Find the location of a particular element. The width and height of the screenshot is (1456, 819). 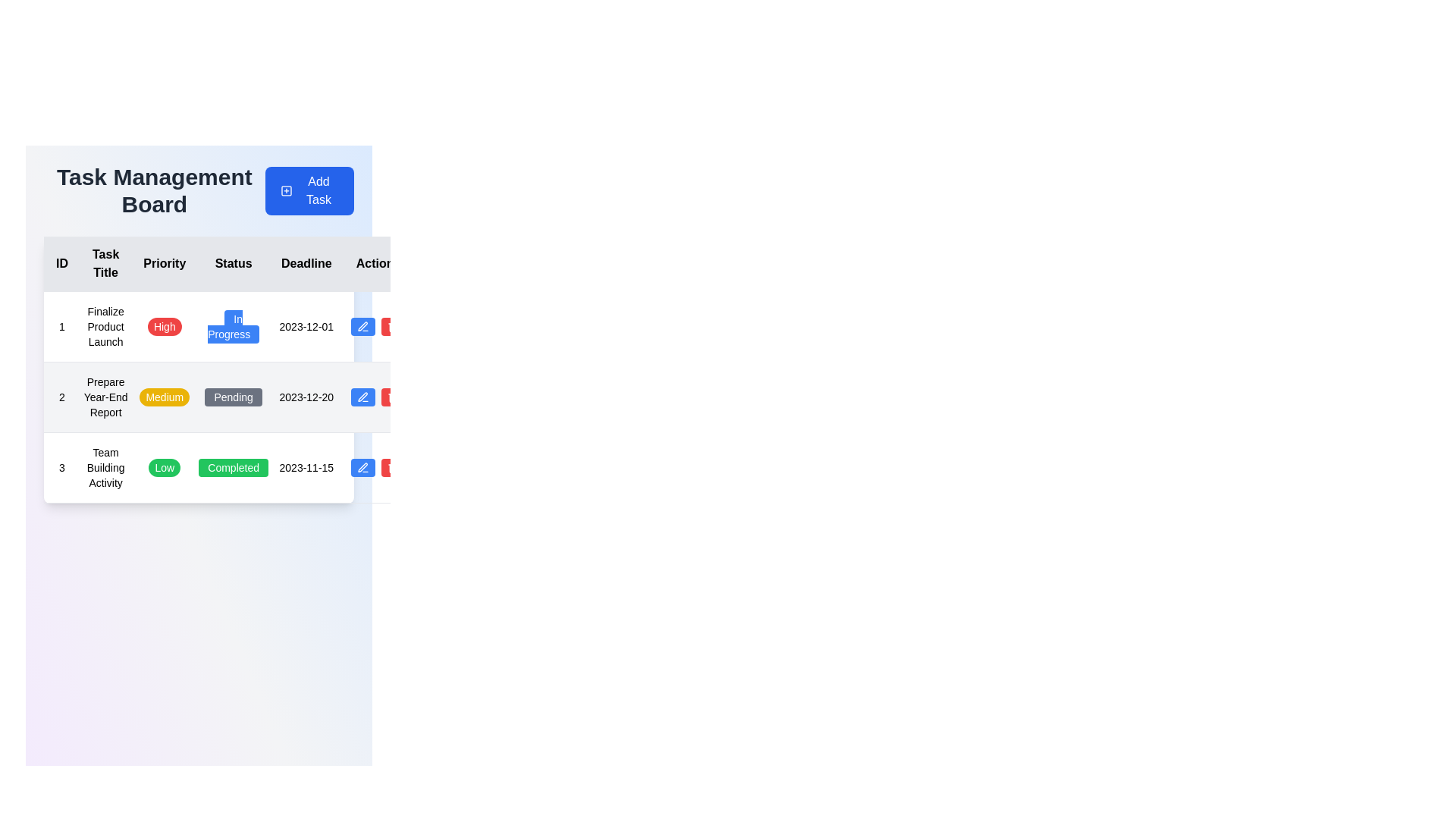

the text label displaying the number '2' in plain text, located in the leftmost column of the second row within a task tracking table is located at coordinates (61, 397).